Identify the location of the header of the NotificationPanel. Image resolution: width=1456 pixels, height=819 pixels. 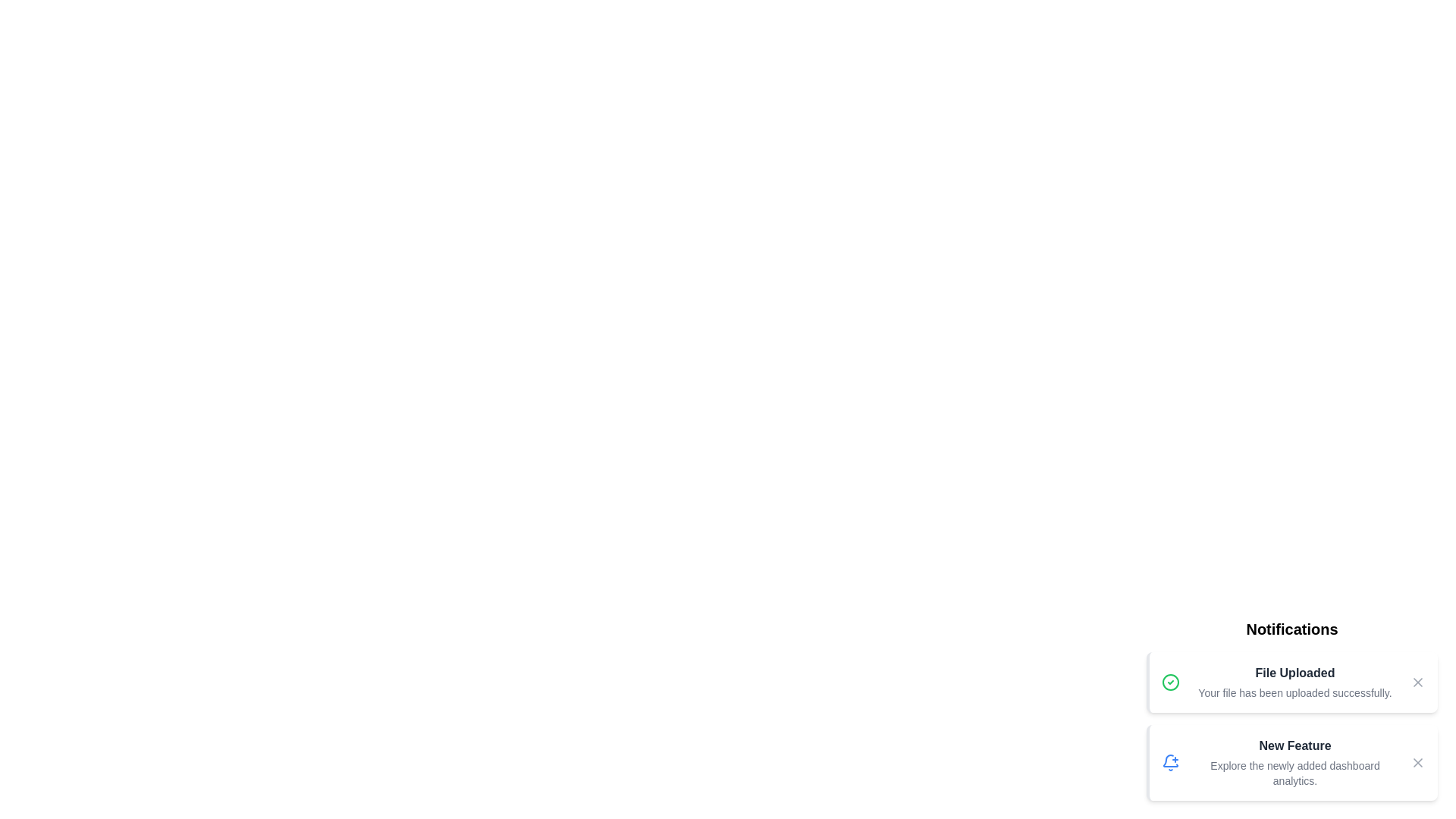
(1291, 629).